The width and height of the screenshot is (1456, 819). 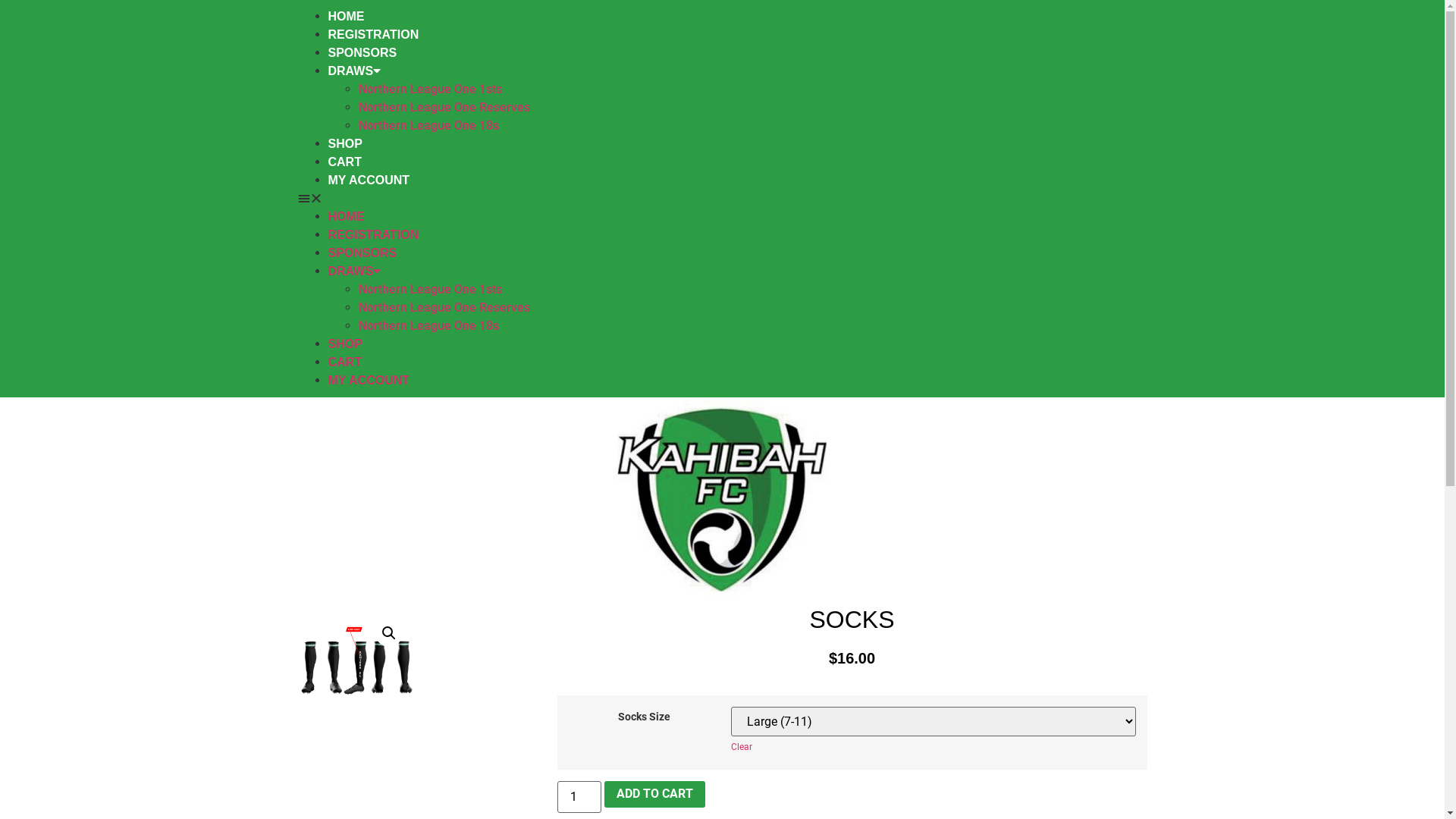 I want to click on 'HOME', so click(x=327, y=16).